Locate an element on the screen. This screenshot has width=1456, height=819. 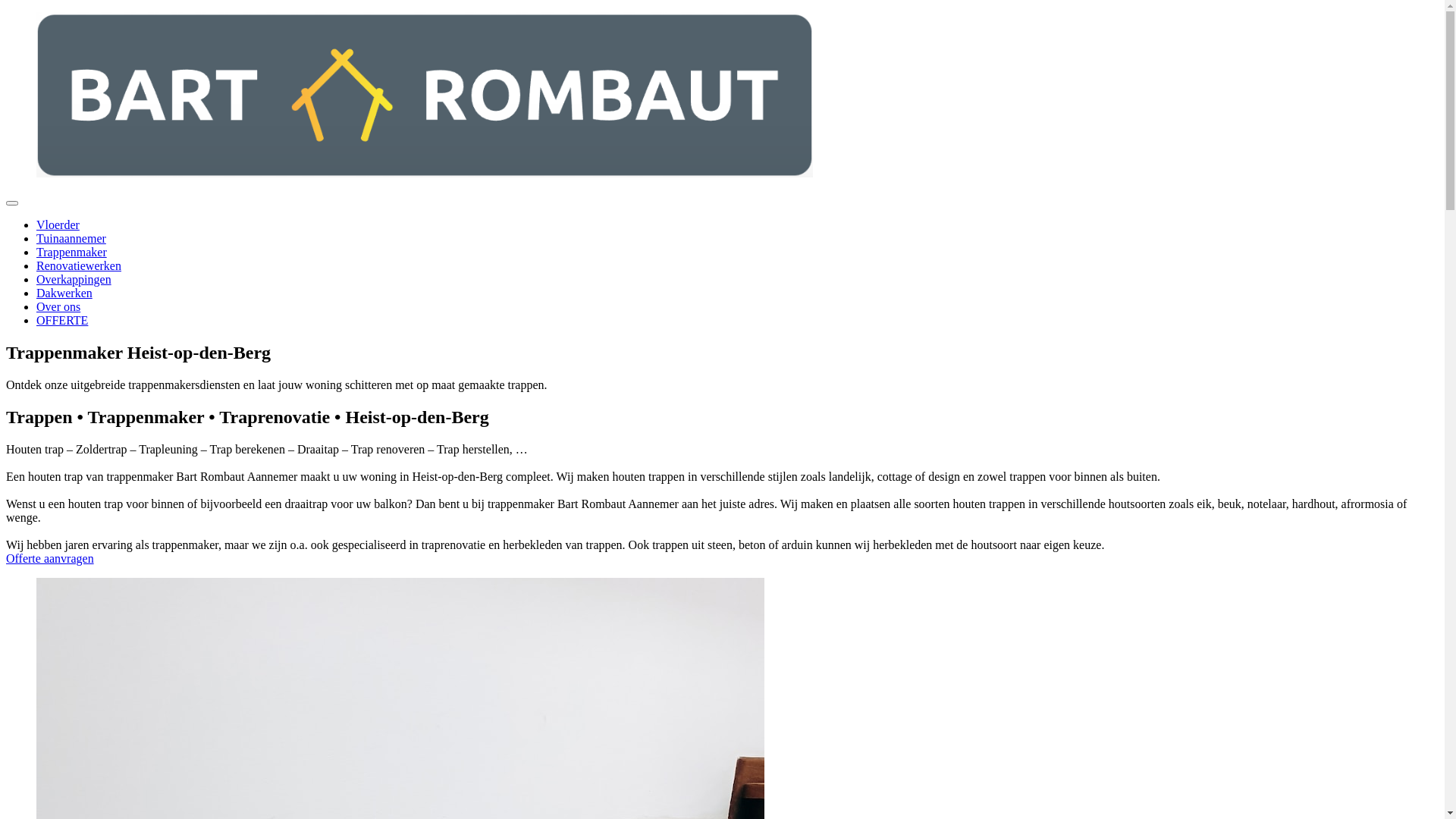
'Trappenmaker' is located at coordinates (71, 251).